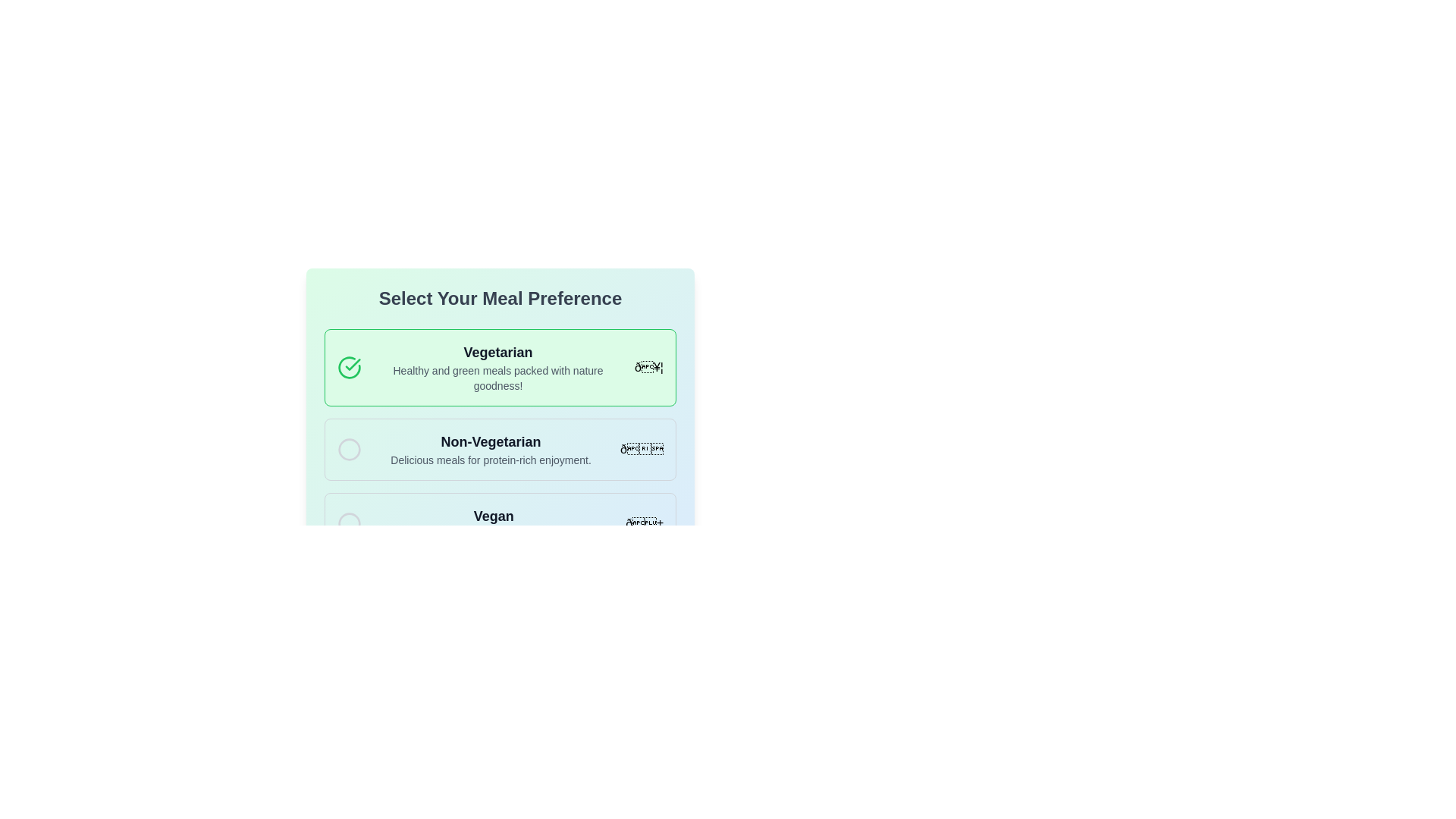  What do you see at coordinates (348, 522) in the screenshot?
I see `the radio button located to the left of the 'Vegan' text to receive focus indication` at bounding box center [348, 522].